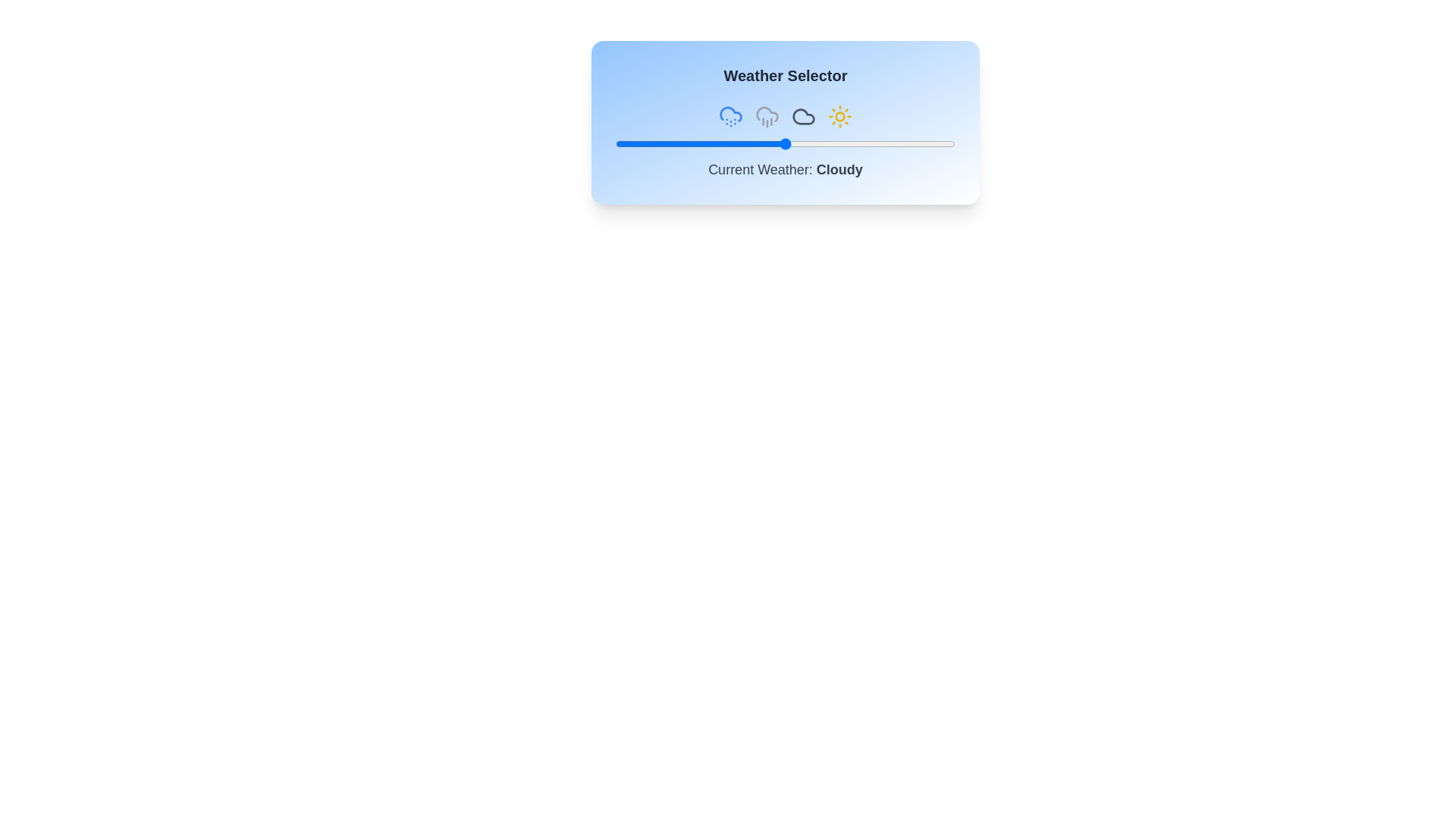 The image size is (1456, 819). I want to click on the weather slider to 63%, where 63 is a value between 0 and 100, so click(829, 143).